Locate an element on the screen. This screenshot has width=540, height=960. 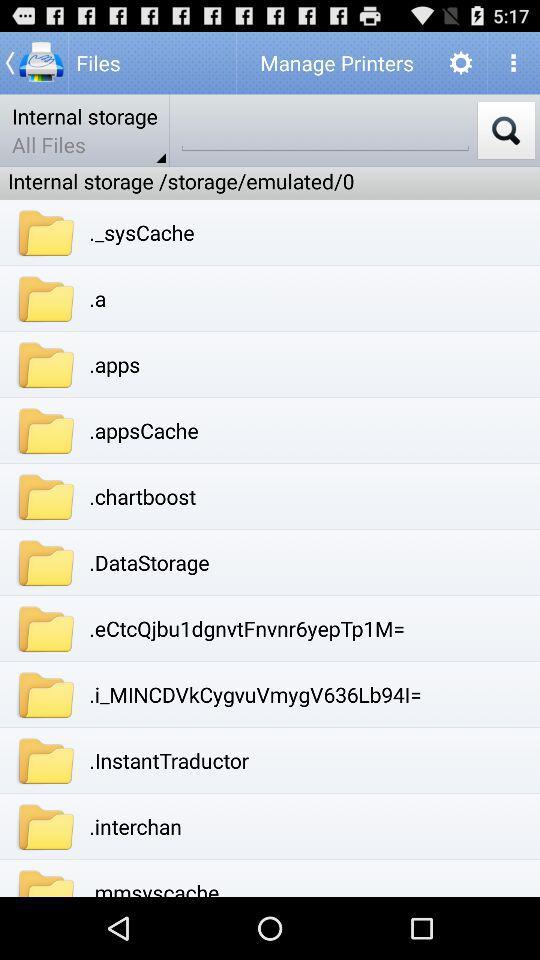
._syscache app is located at coordinates (140, 232).